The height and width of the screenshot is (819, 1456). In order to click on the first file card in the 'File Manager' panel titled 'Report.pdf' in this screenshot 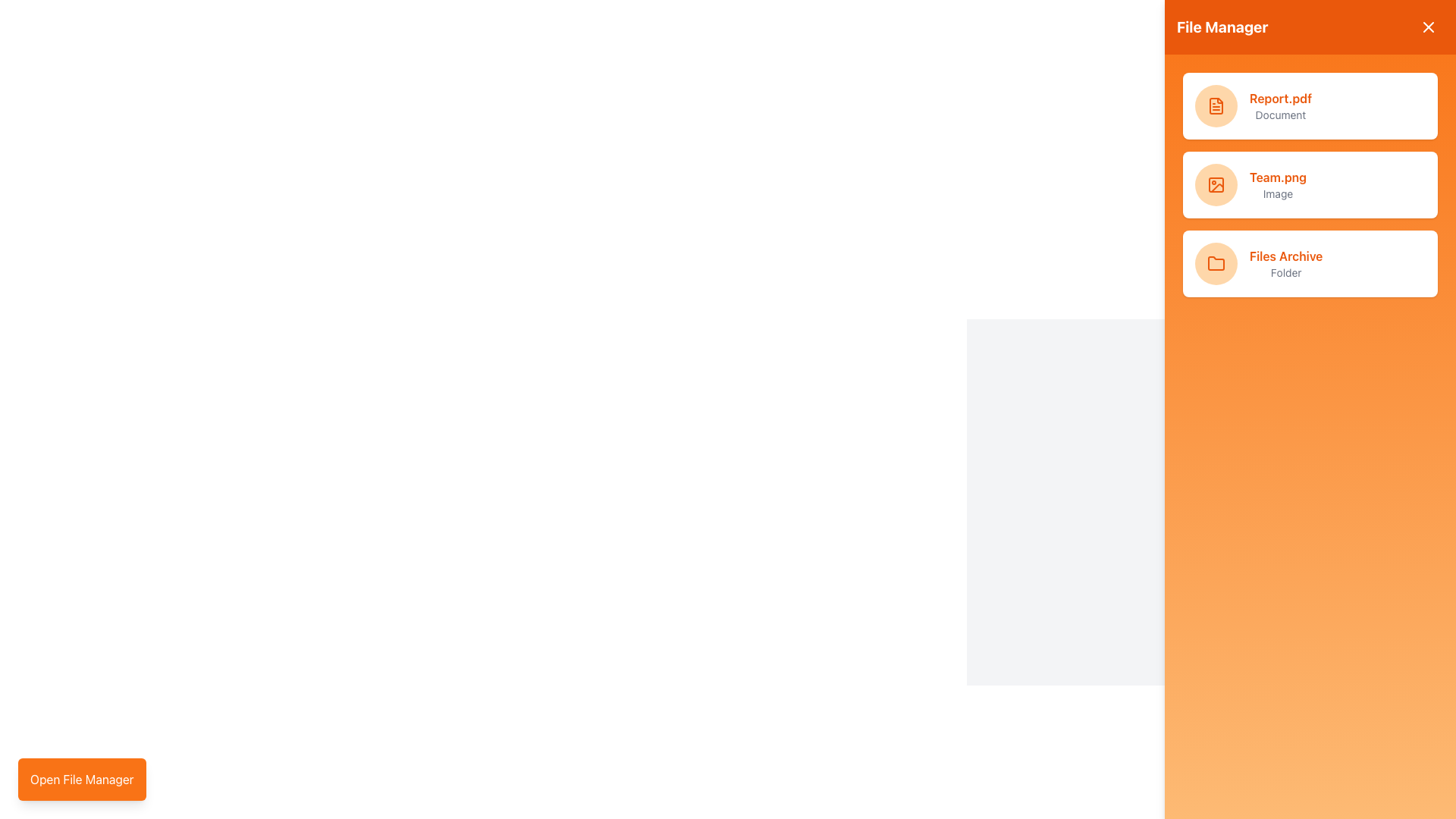, I will do `click(1310, 105)`.